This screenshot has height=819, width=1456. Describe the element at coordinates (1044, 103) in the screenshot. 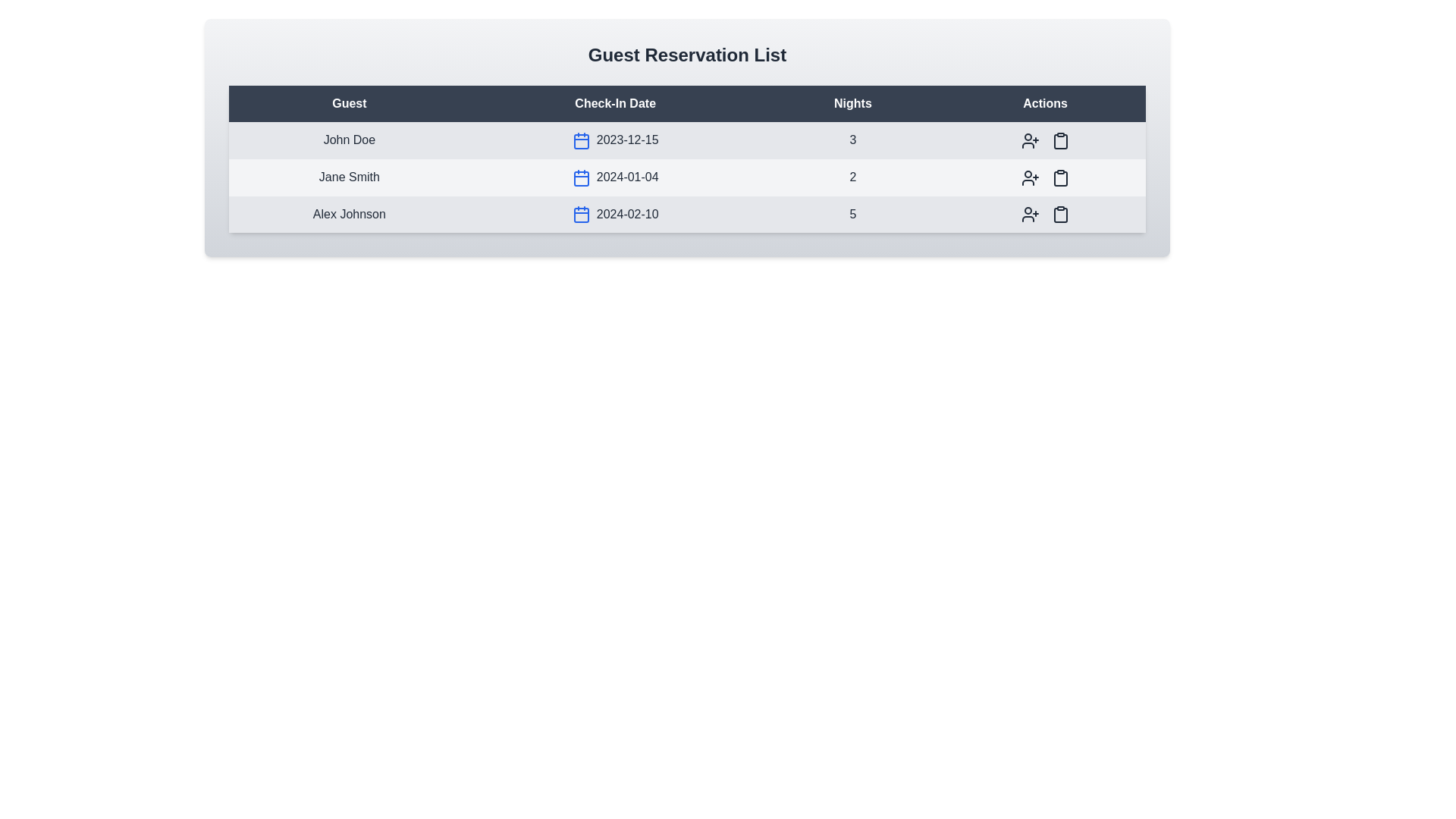

I see `the 'Actions' header text label, which is the rightmost header in a table row and indicates action-related controls` at that location.